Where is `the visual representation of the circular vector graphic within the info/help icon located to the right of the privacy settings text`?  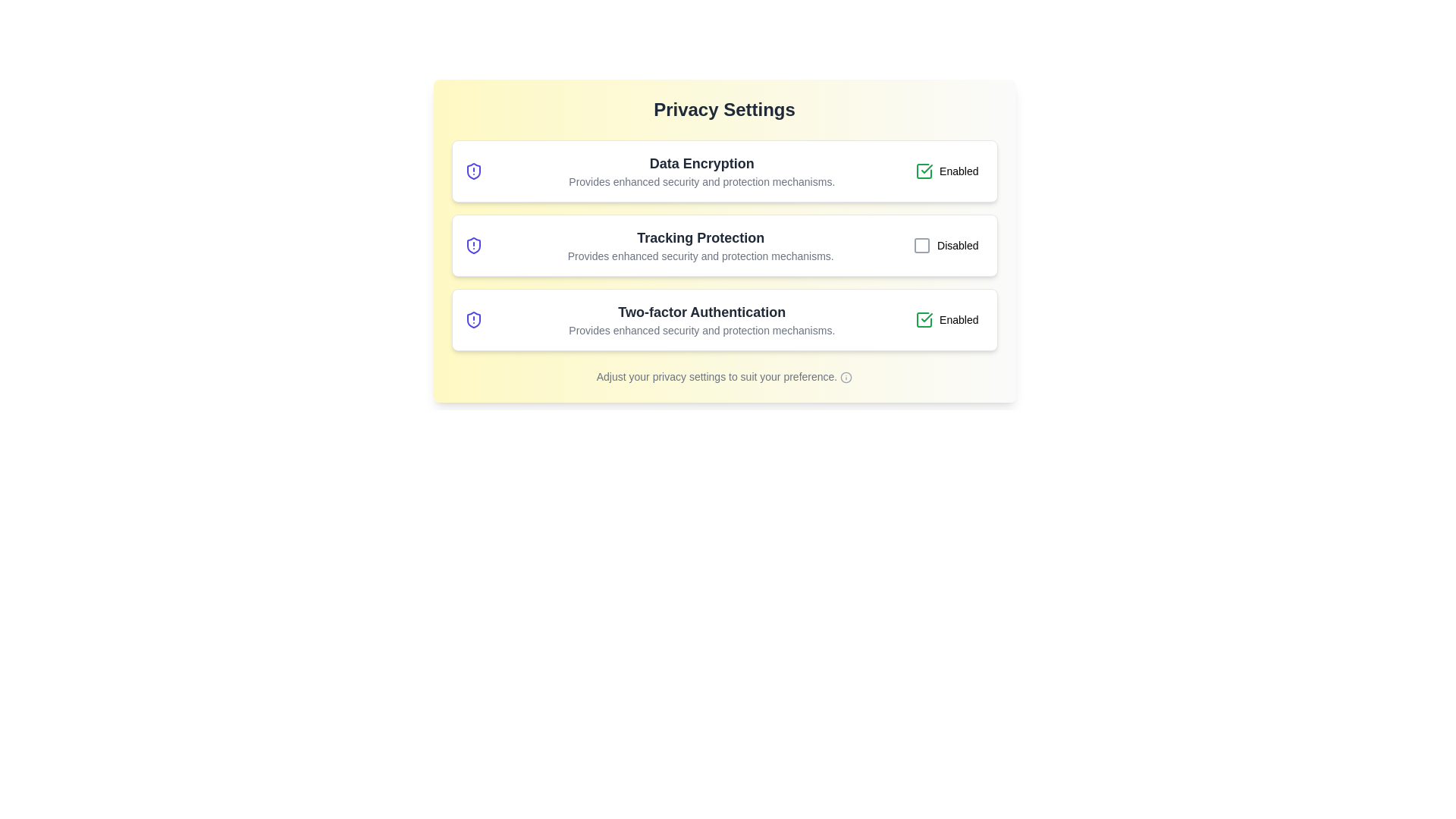
the visual representation of the circular vector graphic within the info/help icon located to the right of the privacy settings text is located at coordinates (846, 377).